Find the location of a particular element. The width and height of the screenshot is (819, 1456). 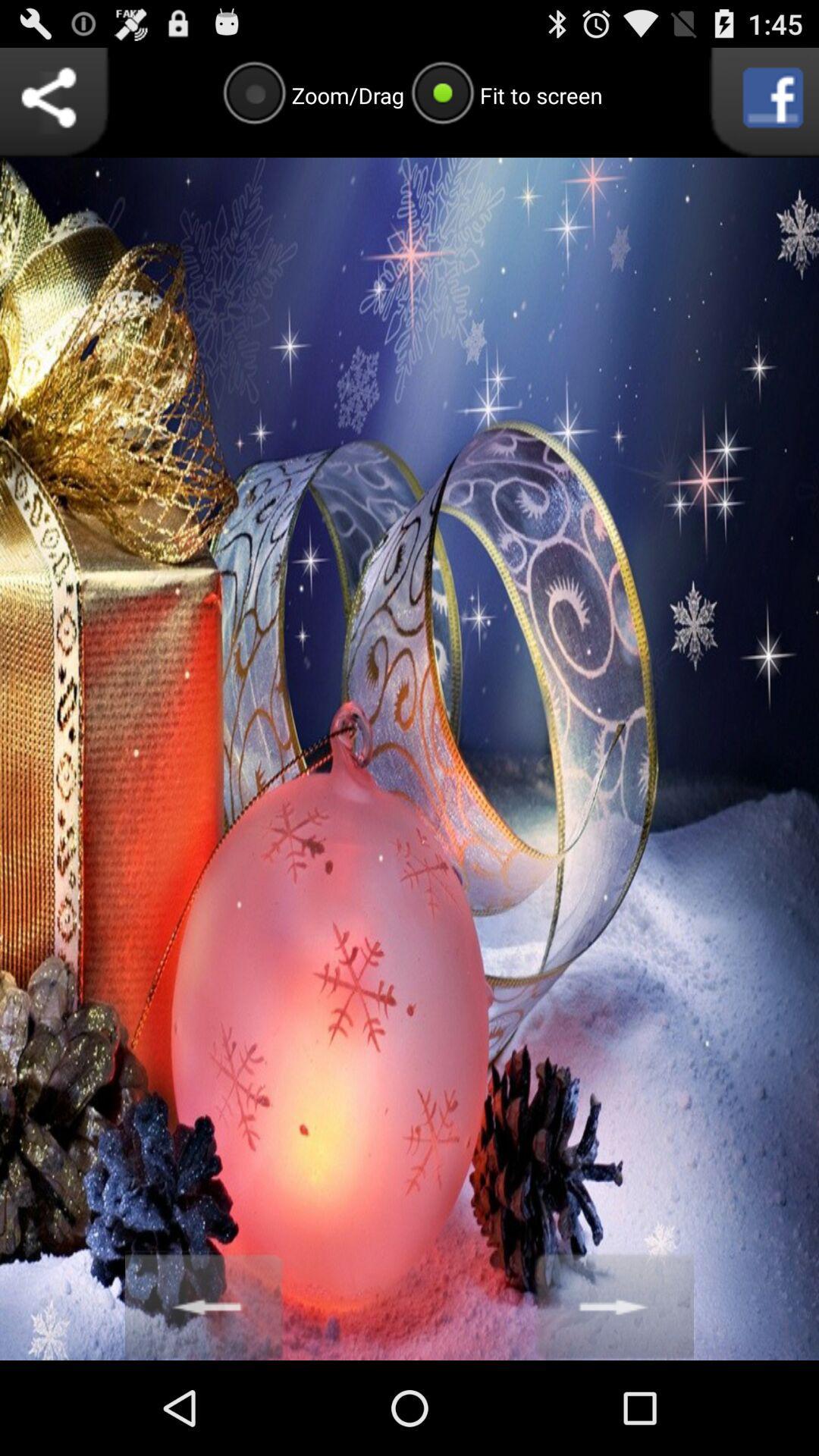

the share icon is located at coordinates (54, 108).